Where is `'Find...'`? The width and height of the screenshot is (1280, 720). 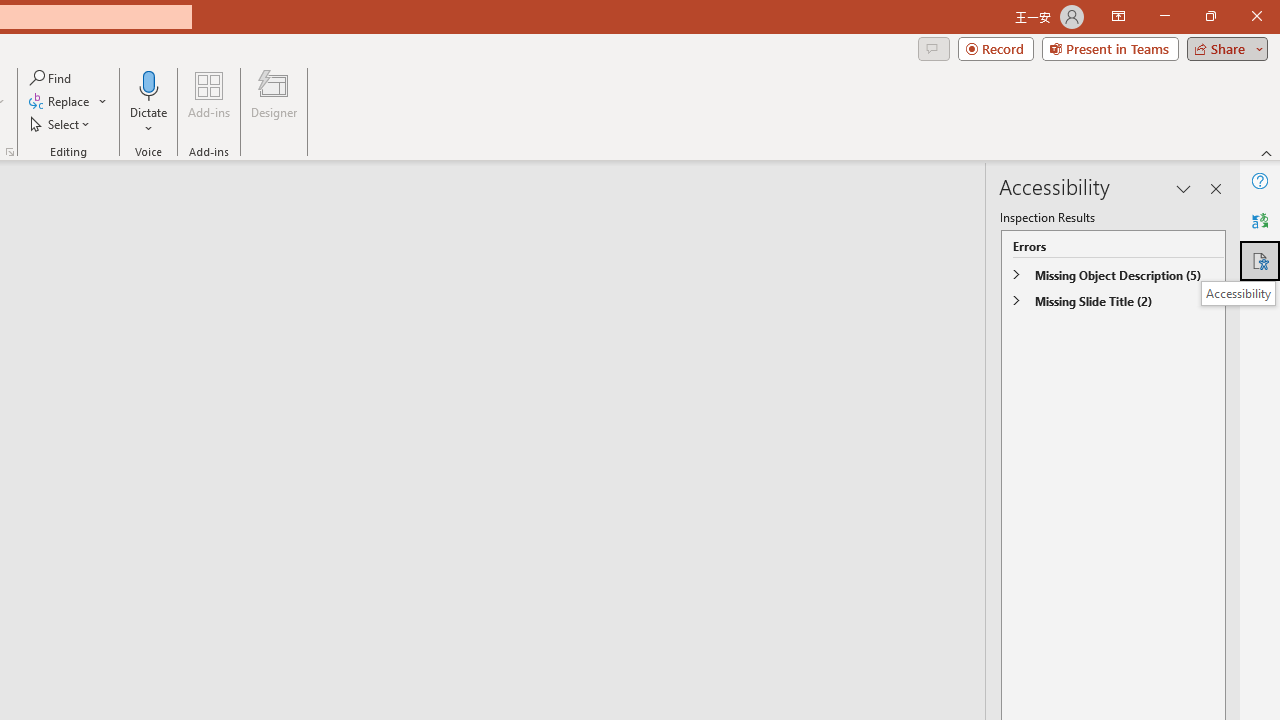
'Find...' is located at coordinates (51, 77).